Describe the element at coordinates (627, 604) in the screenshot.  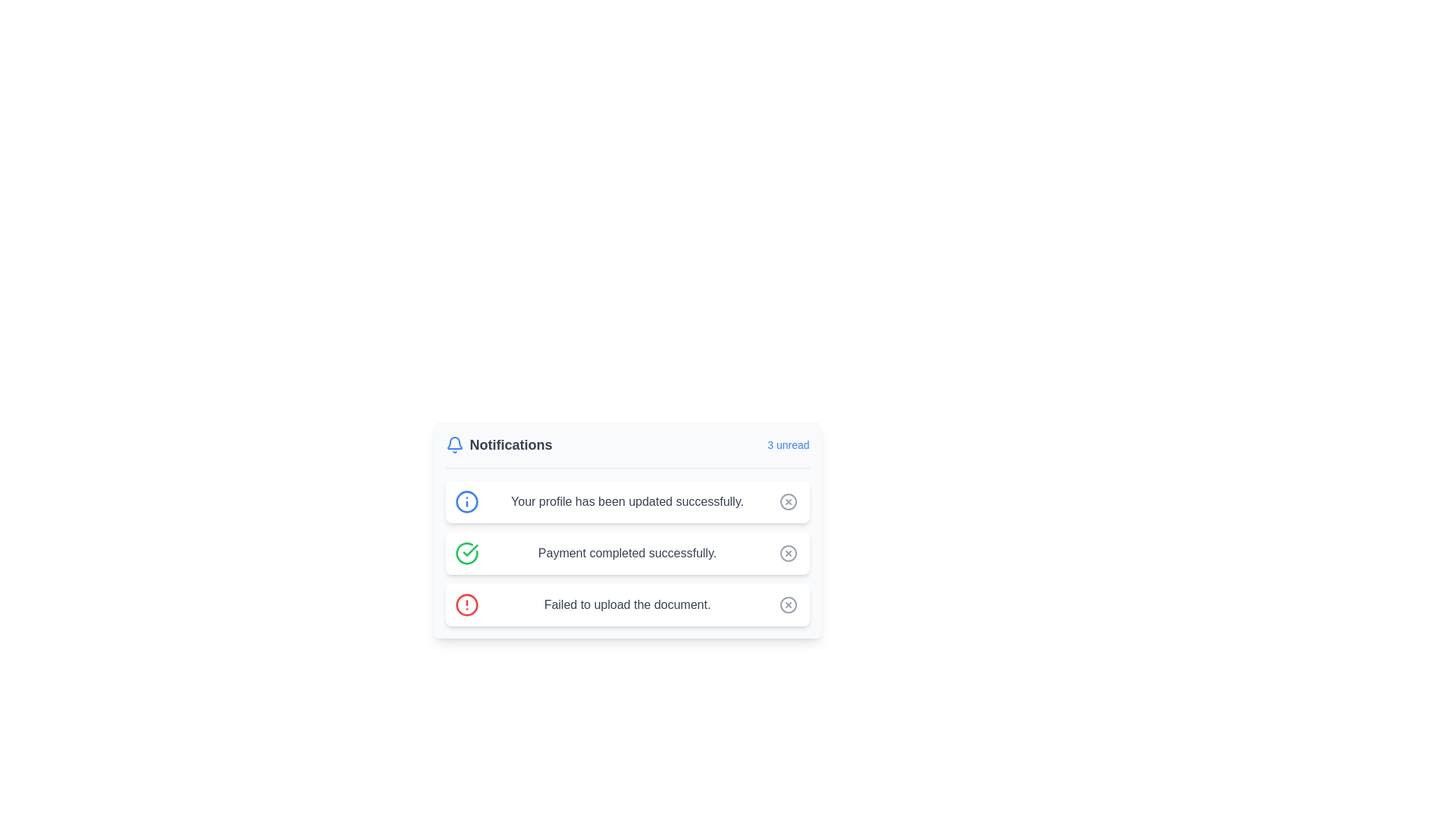
I see `text element that displays 'Failed to upload the document.' located in the notification list, which is styled with dark gray text on a white background` at that location.